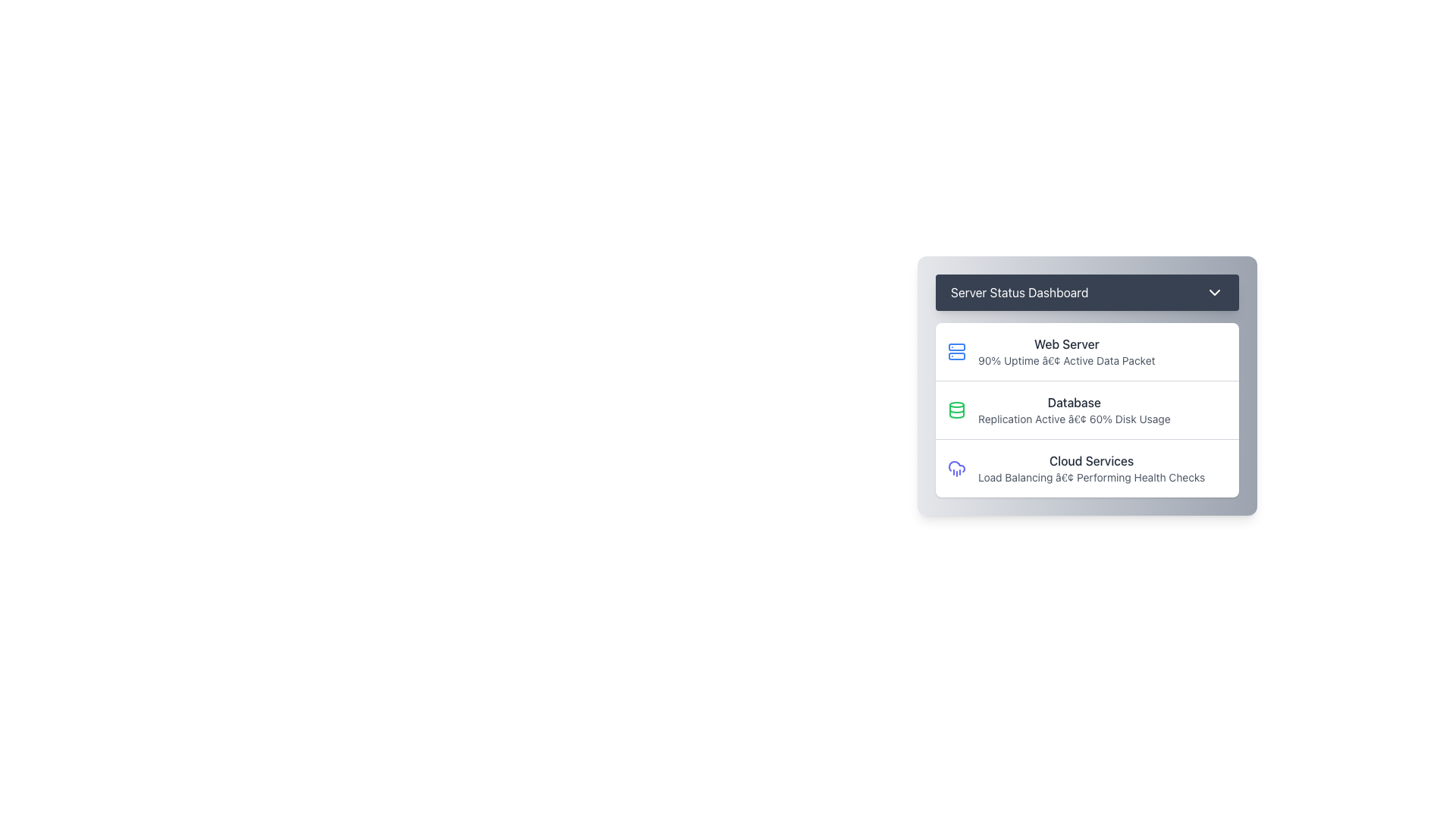 Image resolution: width=1456 pixels, height=819 pixels. Describe the element at coordinates (1065, 344) in the screenshot. I see `header text 'Web Server' which is centrally positioned at the top of the panel containing server-related metrics` at that location.